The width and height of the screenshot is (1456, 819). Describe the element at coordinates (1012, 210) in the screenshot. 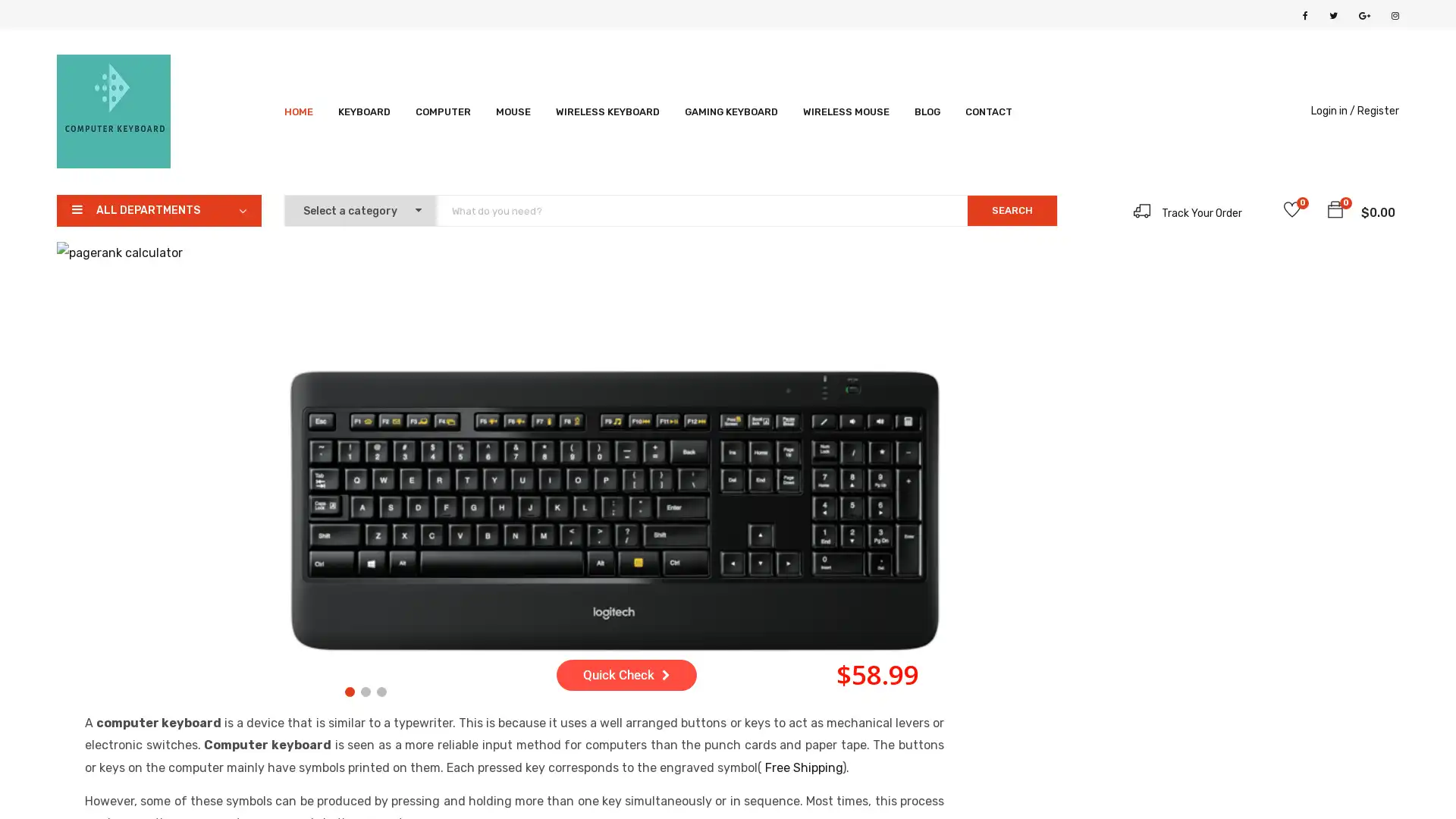

I see `SEARCH` at that location.